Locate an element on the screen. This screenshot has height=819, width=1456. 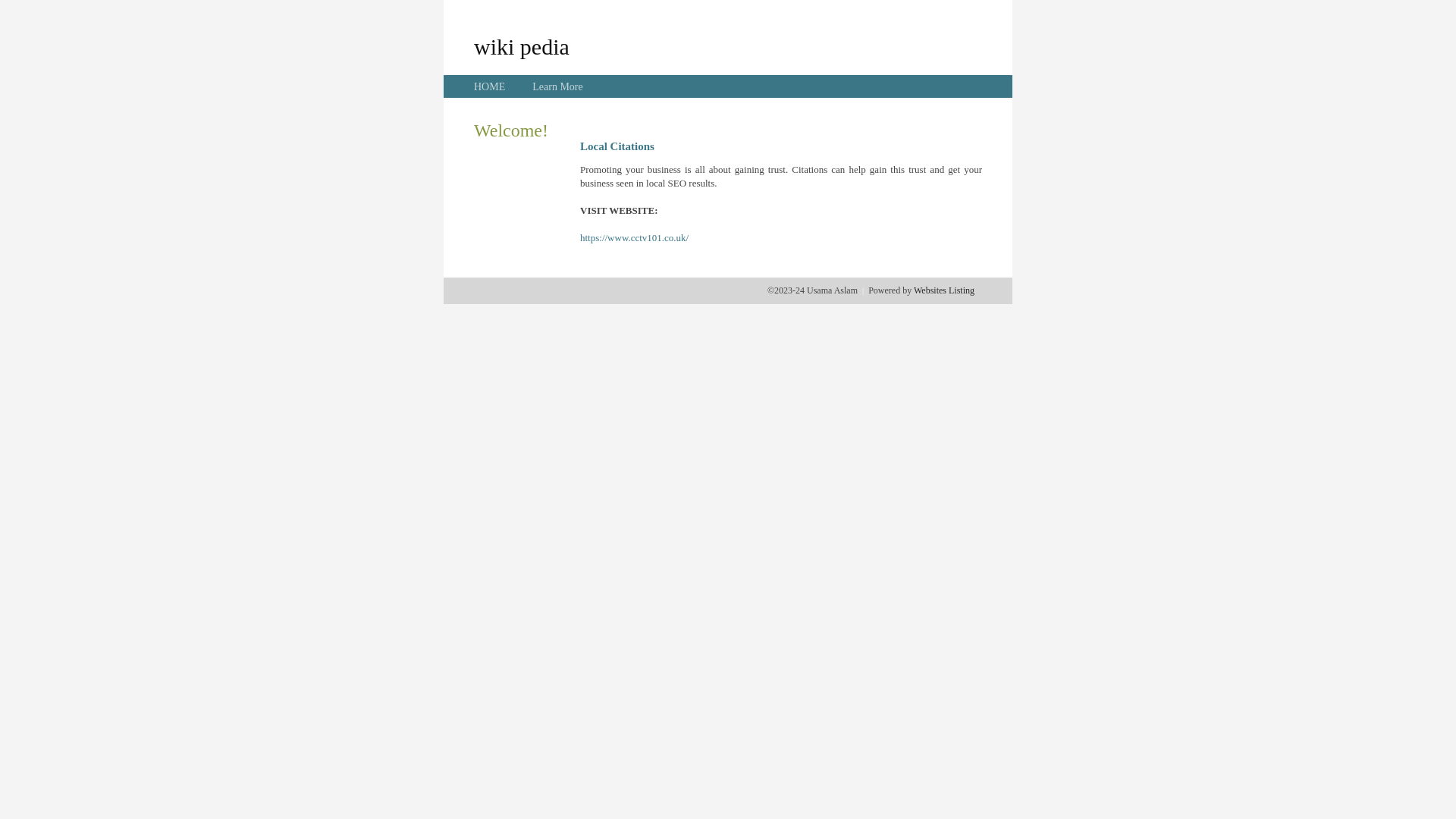
'https://www.cctv101.co.uk/' is located at coordinates (634, 237).